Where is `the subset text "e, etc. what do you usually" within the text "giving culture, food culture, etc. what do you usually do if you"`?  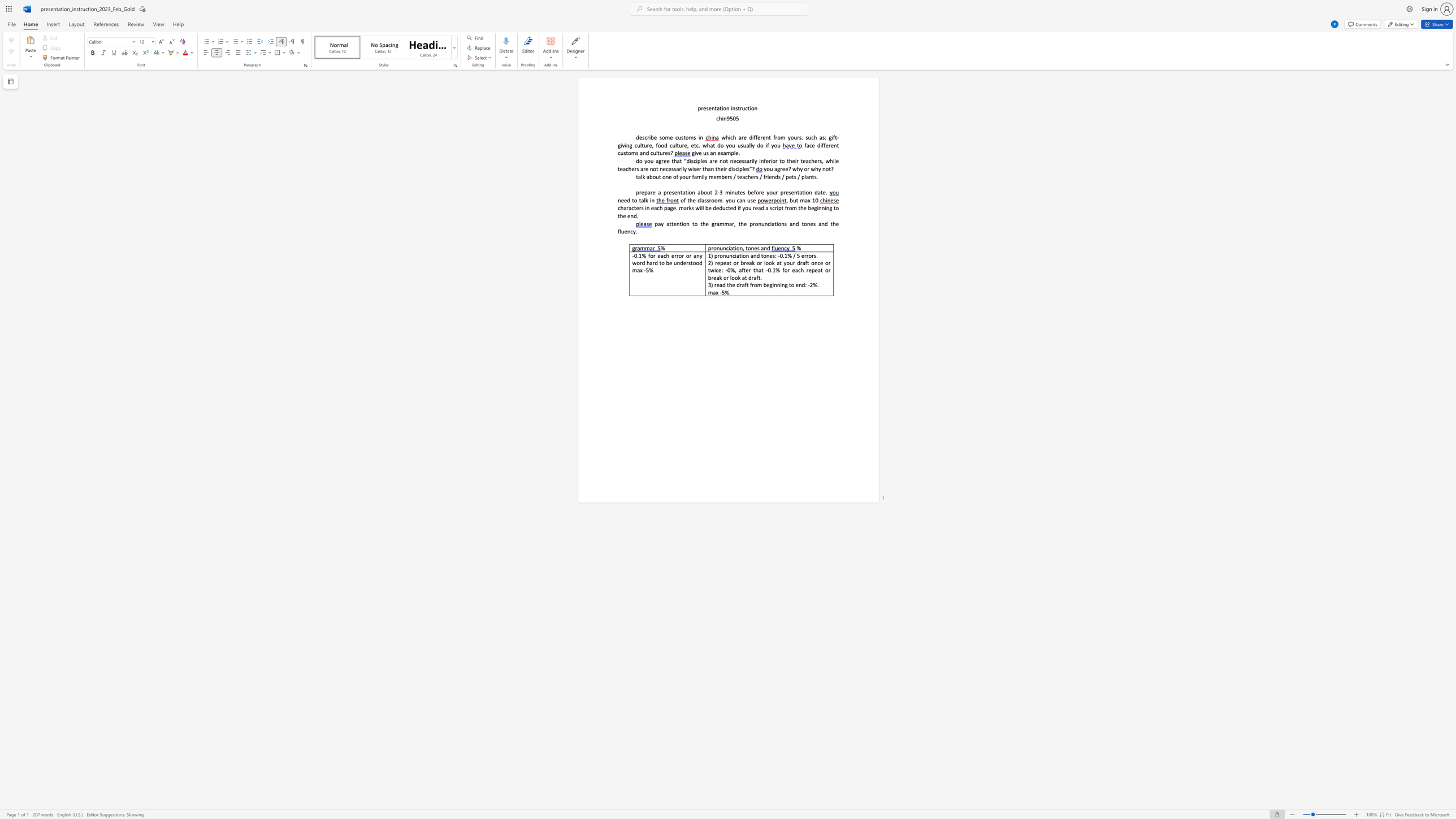 the subset text "e, etc. what do you usually" within the text "giving culture, food culture, etc. what do you usually do if you" is located at coordinates (684, 145).